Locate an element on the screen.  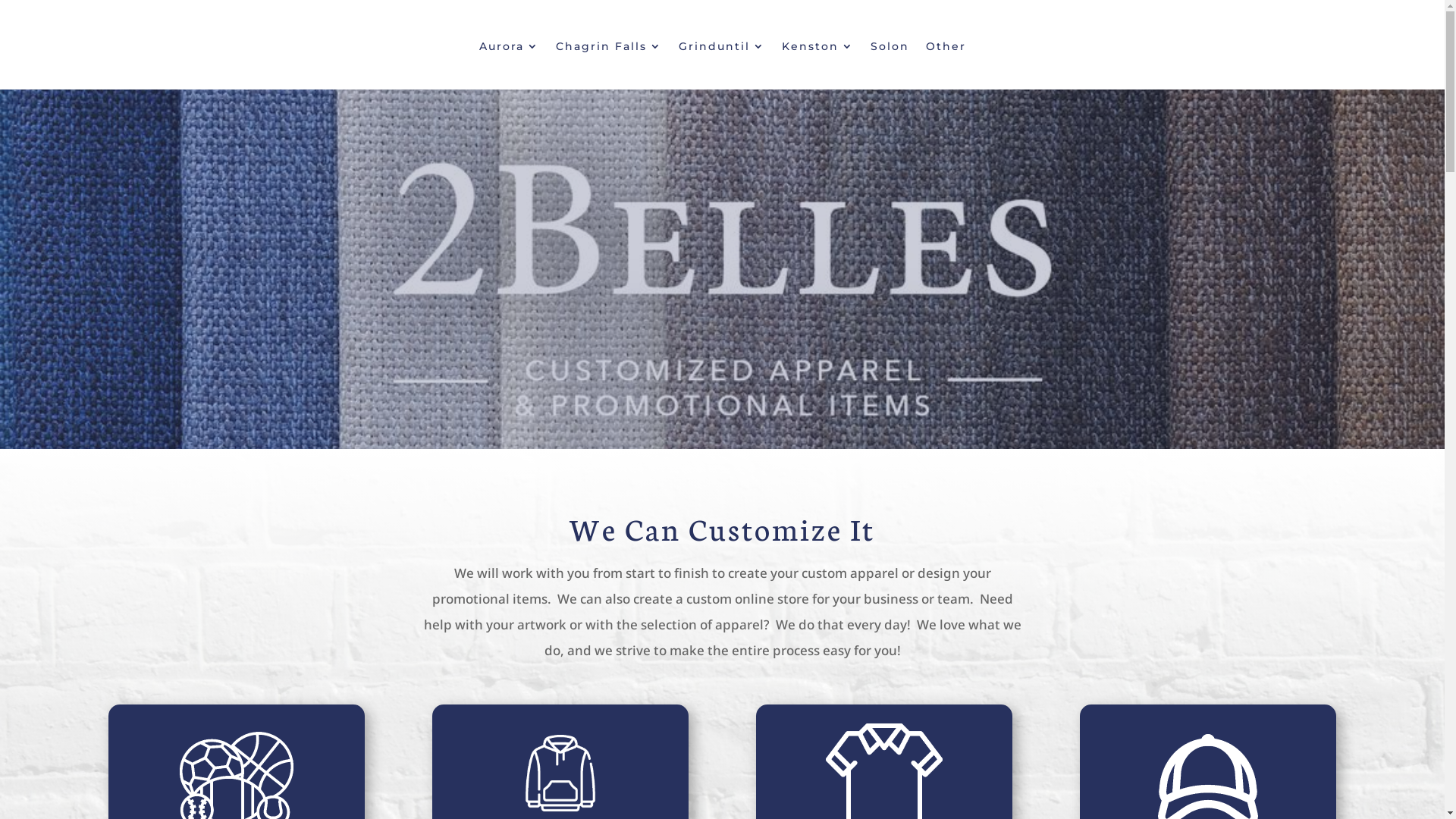
'Solon' is located at coordinates (890, 49).